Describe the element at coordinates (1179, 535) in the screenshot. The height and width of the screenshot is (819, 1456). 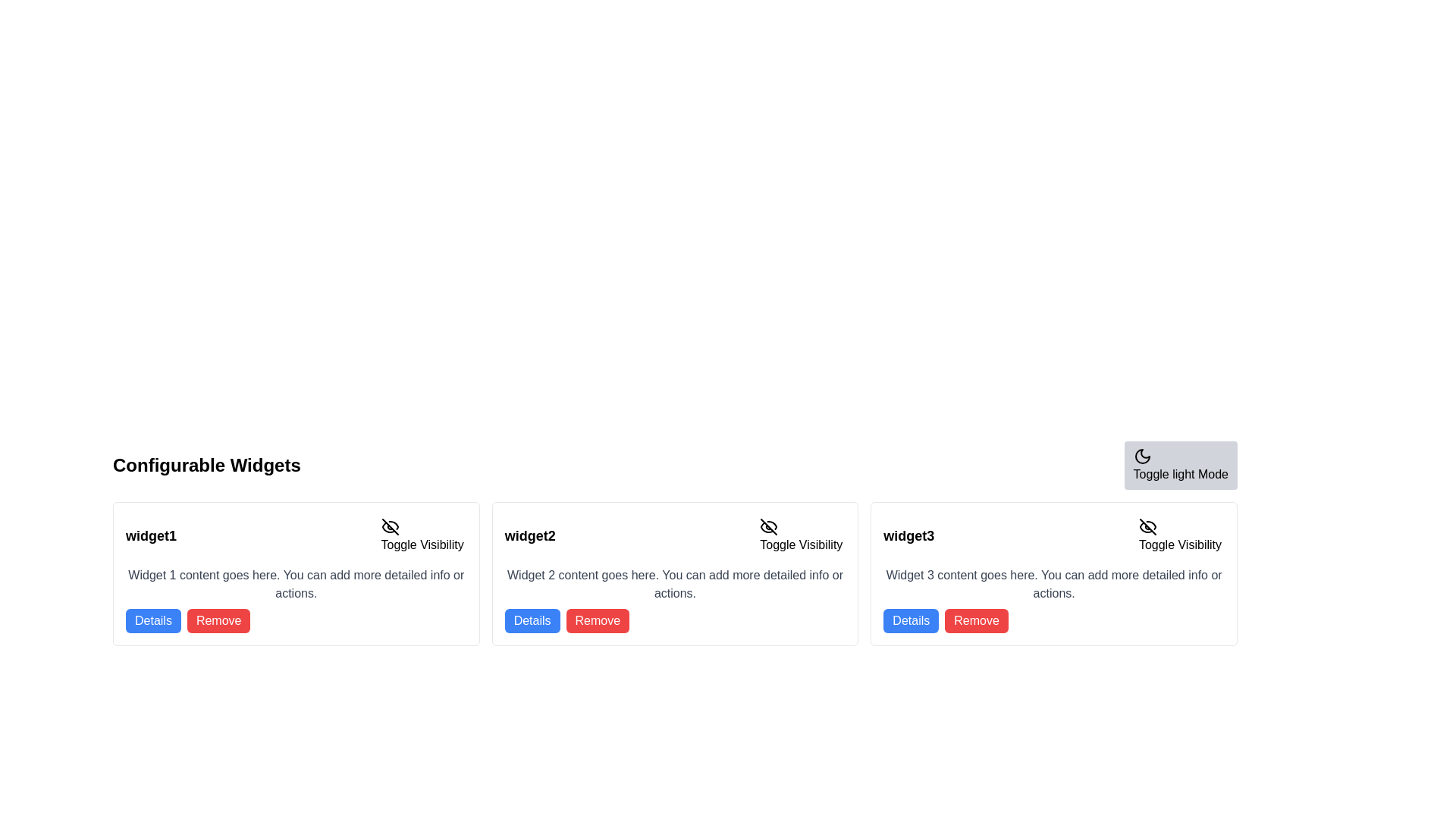
I see `the 'Toggle Visibility' button, which features an eye icon with a diagonal strike-through, located in the top-right corner of the 'widget3' section` at that location.